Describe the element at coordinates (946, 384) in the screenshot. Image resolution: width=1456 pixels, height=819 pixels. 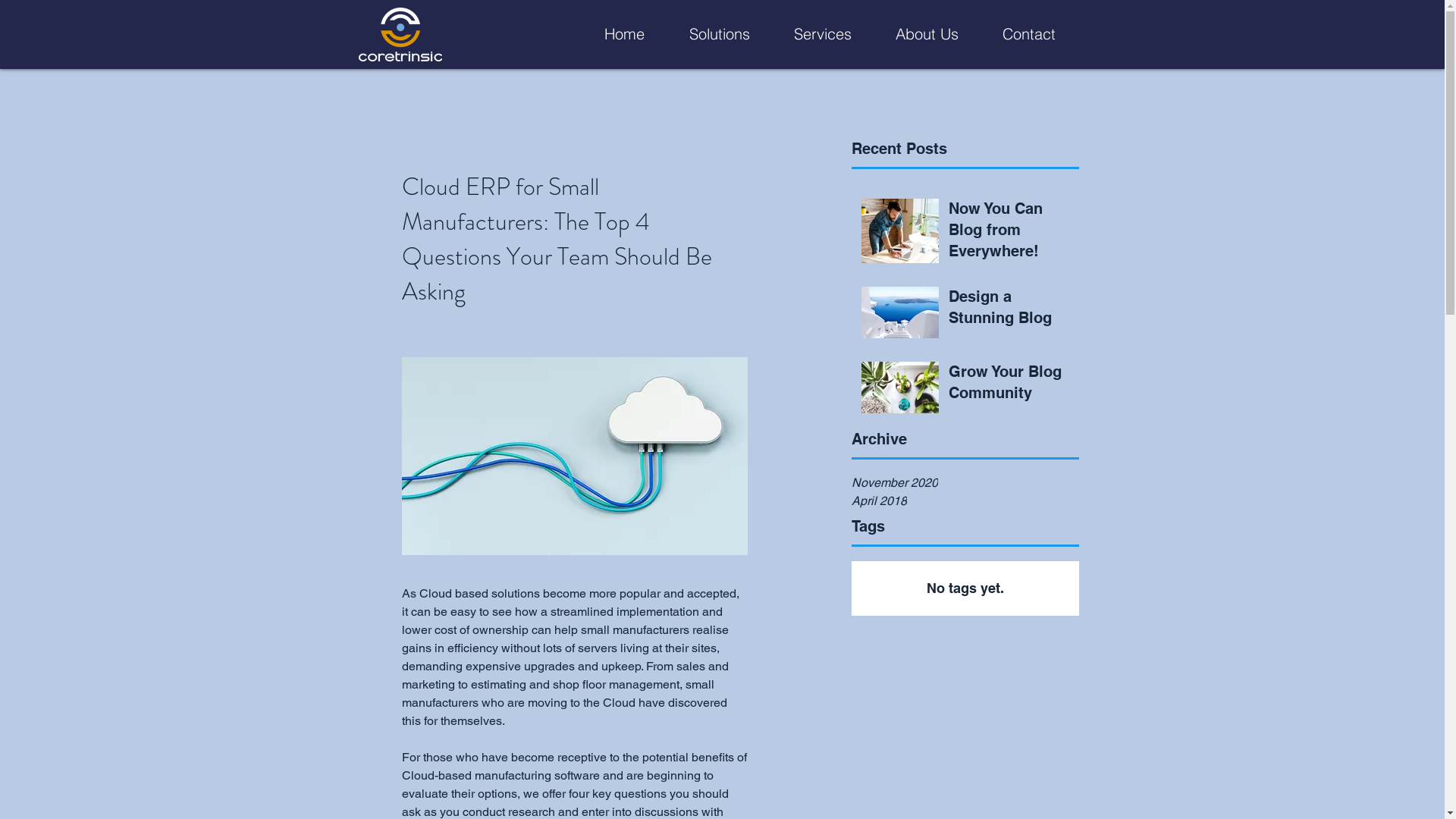
I see `'Grow Your Blog Community'` at that location.